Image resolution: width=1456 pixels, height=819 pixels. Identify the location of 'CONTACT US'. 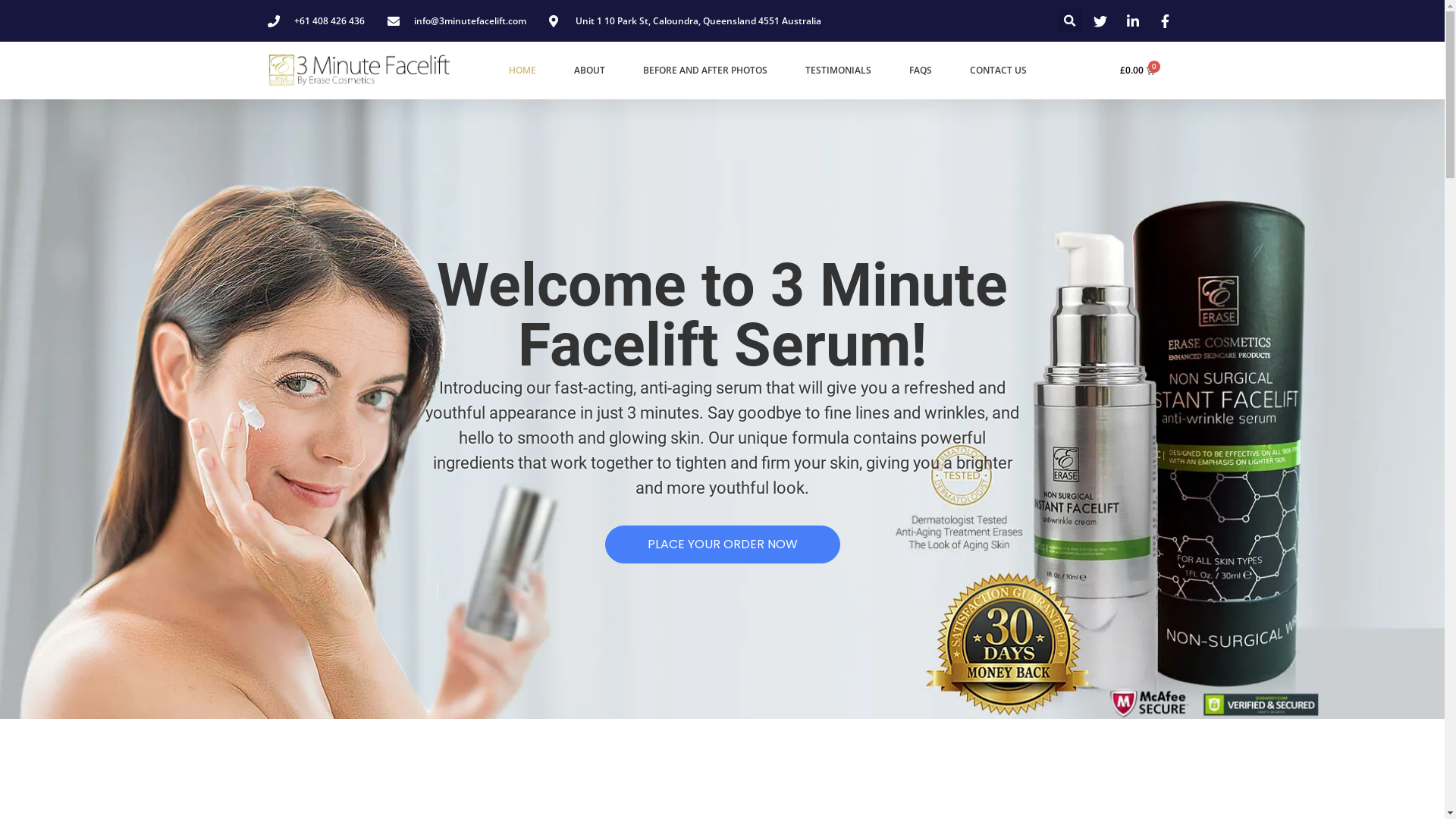
(998, 70).